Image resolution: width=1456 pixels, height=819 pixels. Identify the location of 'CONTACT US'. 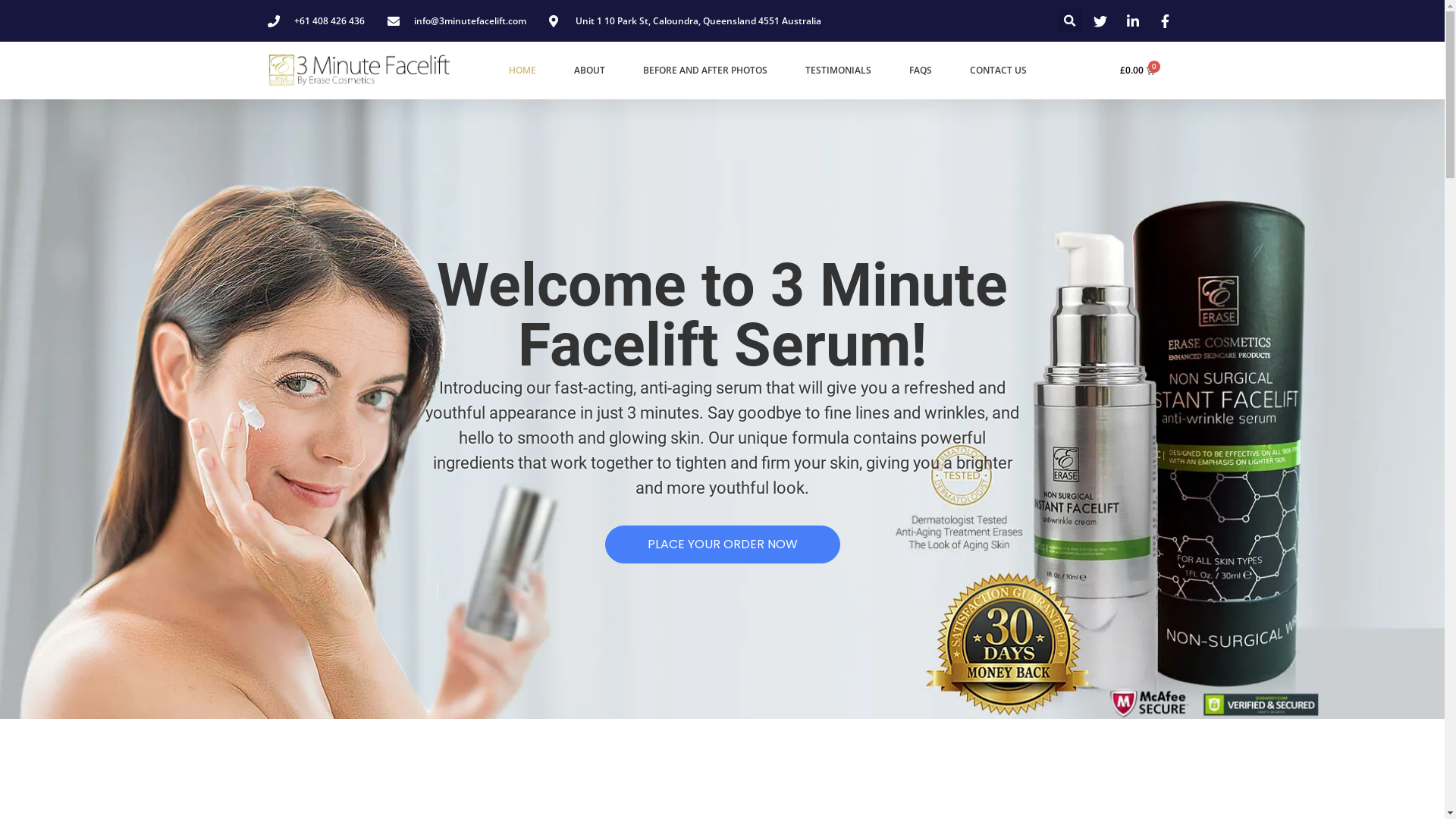
(998, 70).